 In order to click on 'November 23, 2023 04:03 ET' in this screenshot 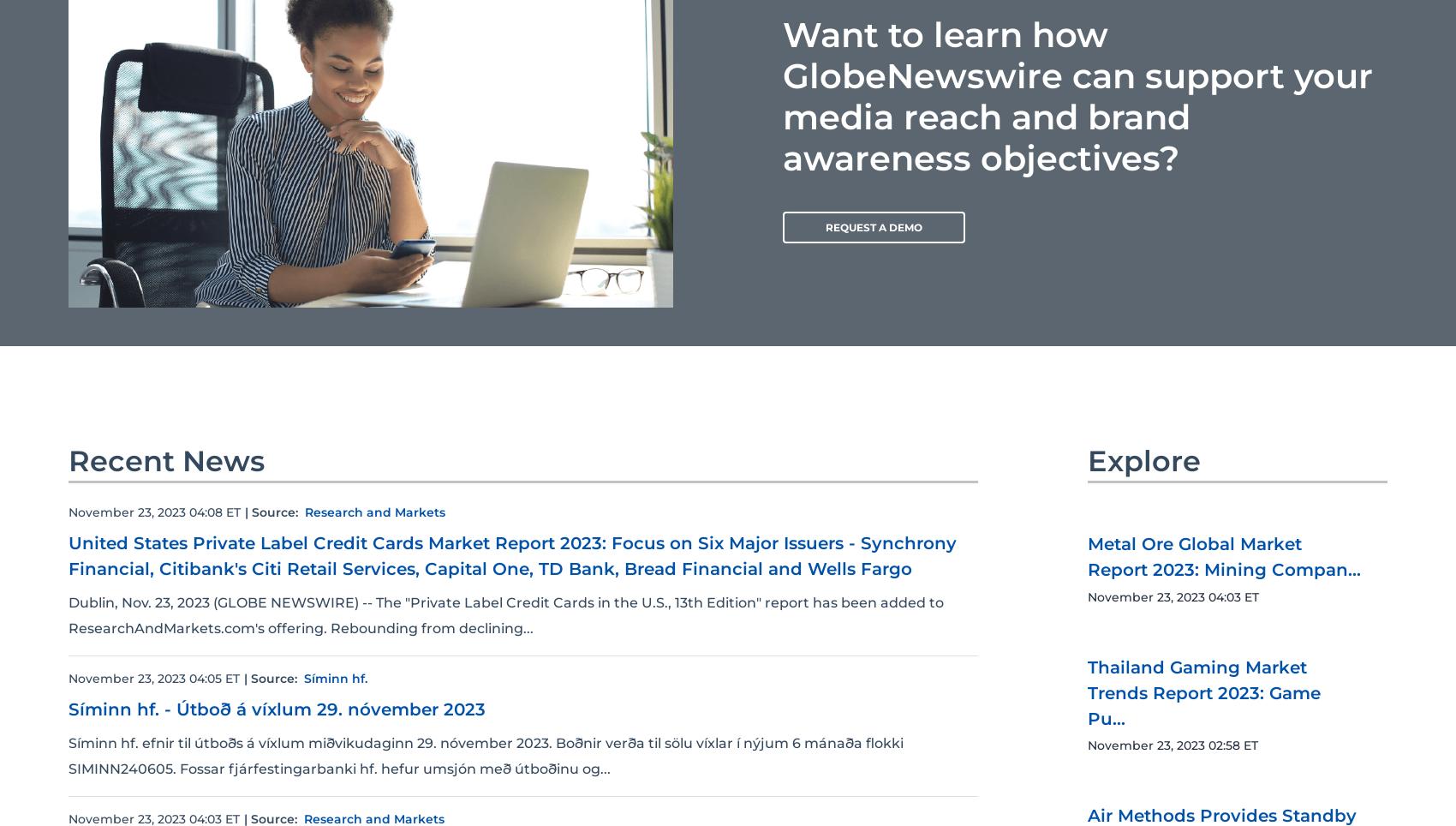, I will do `click(1173, 596)`.